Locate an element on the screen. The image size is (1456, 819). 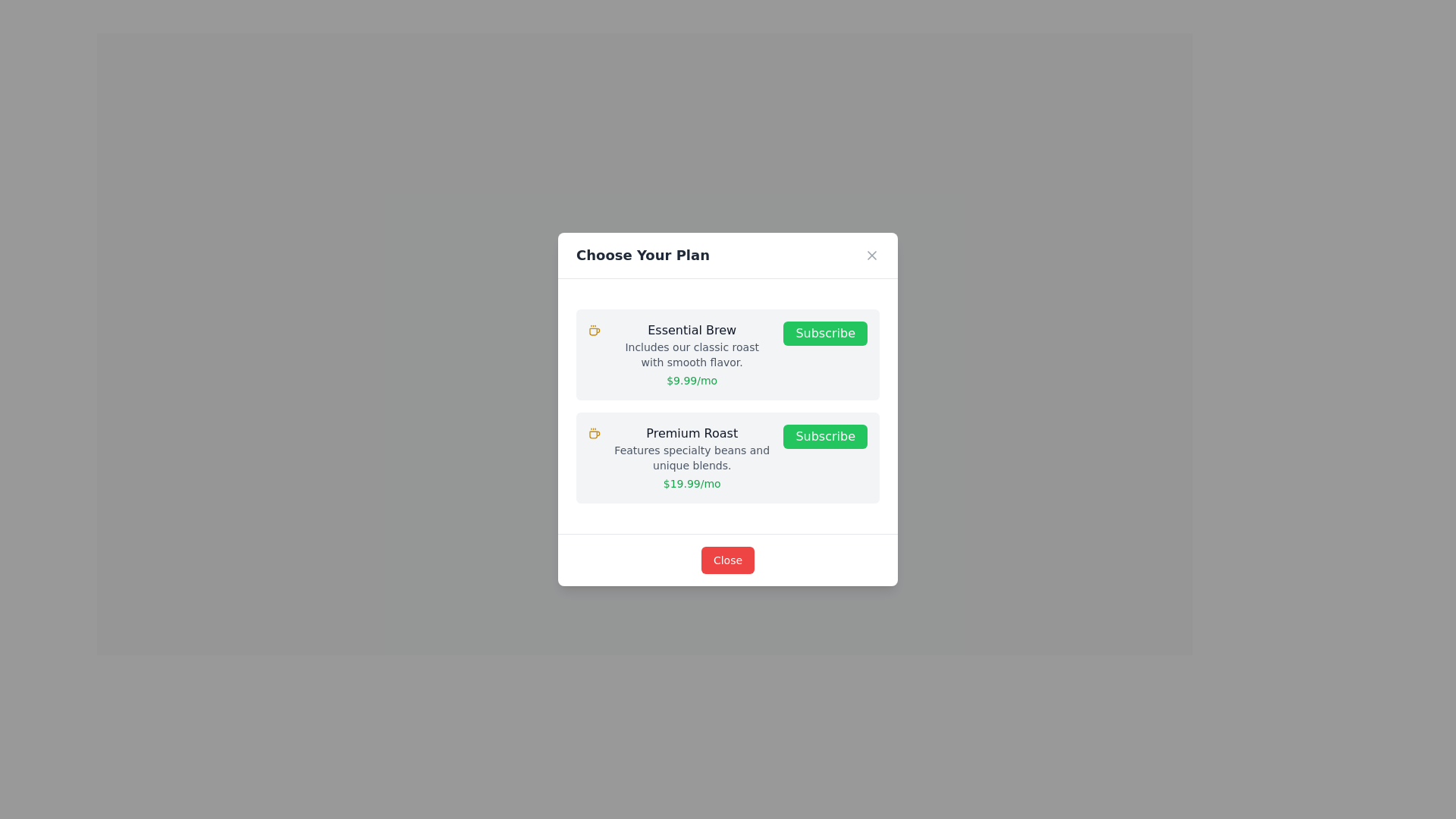
the 'Premium Roast' subscription plan card, which is the second card in the list of subscription options is located at coordinates (728, 457).